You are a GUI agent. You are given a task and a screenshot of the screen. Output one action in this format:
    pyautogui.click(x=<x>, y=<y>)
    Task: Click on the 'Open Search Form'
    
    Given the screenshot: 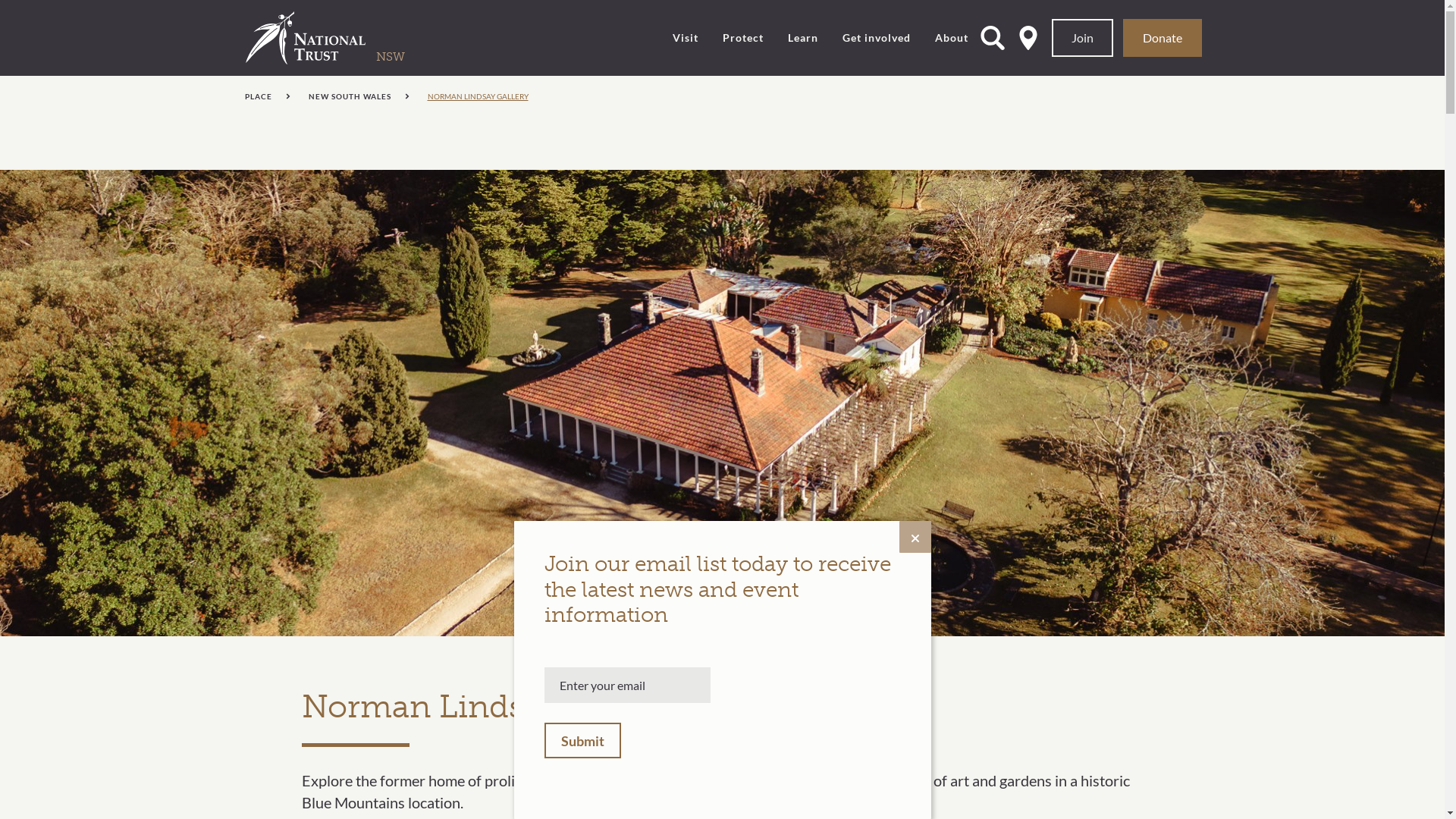 What is the action you would take?
    pyautogui.click(x=980, y=37)
    